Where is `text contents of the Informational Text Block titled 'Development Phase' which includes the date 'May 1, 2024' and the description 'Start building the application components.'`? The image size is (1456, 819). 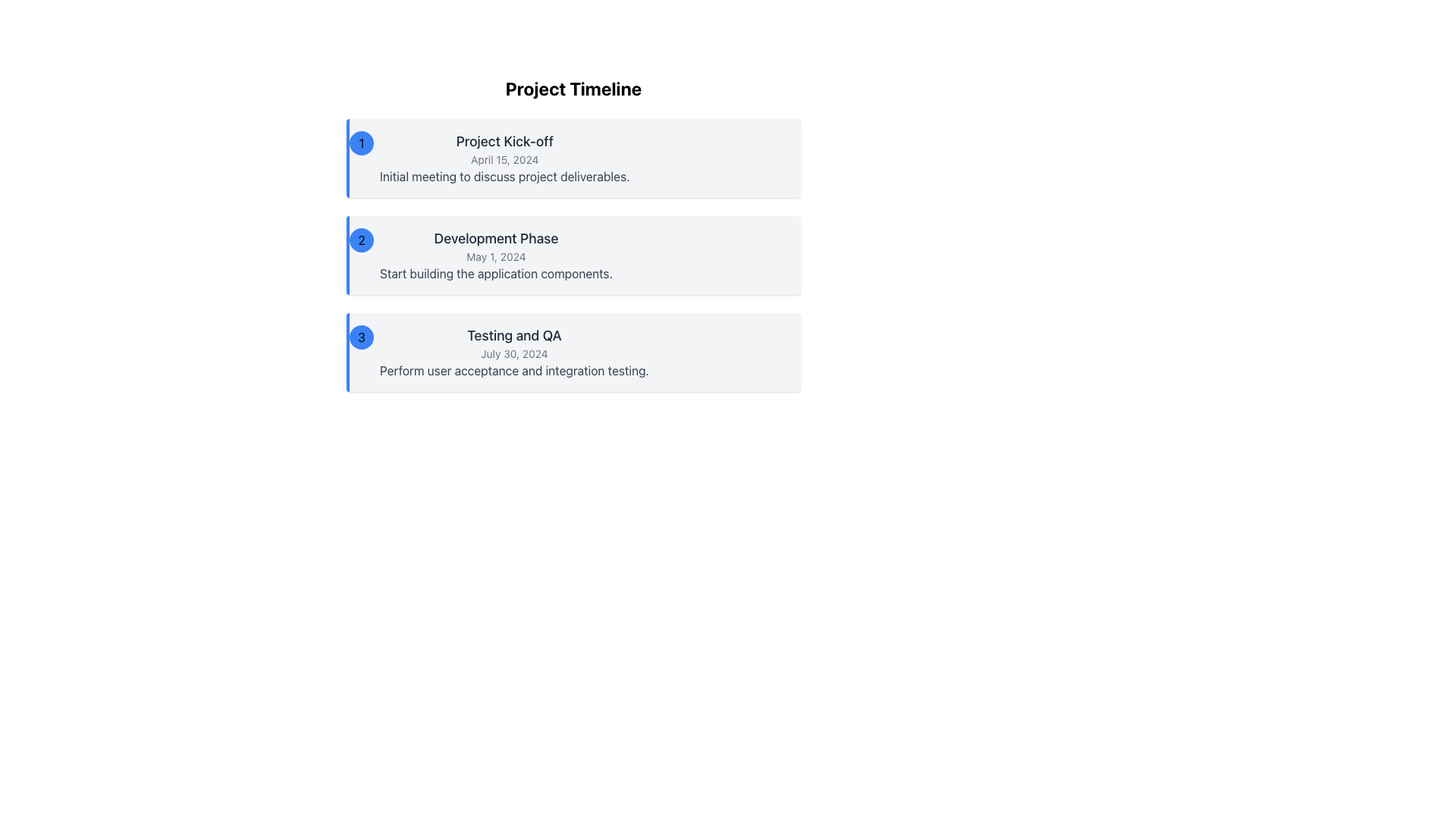 text contents of the Informational Text Block titled 'Development Phase' which includes the date 'May 1, 2024' and the description 'Start building the application components.' is located at coordinates (496, 254).